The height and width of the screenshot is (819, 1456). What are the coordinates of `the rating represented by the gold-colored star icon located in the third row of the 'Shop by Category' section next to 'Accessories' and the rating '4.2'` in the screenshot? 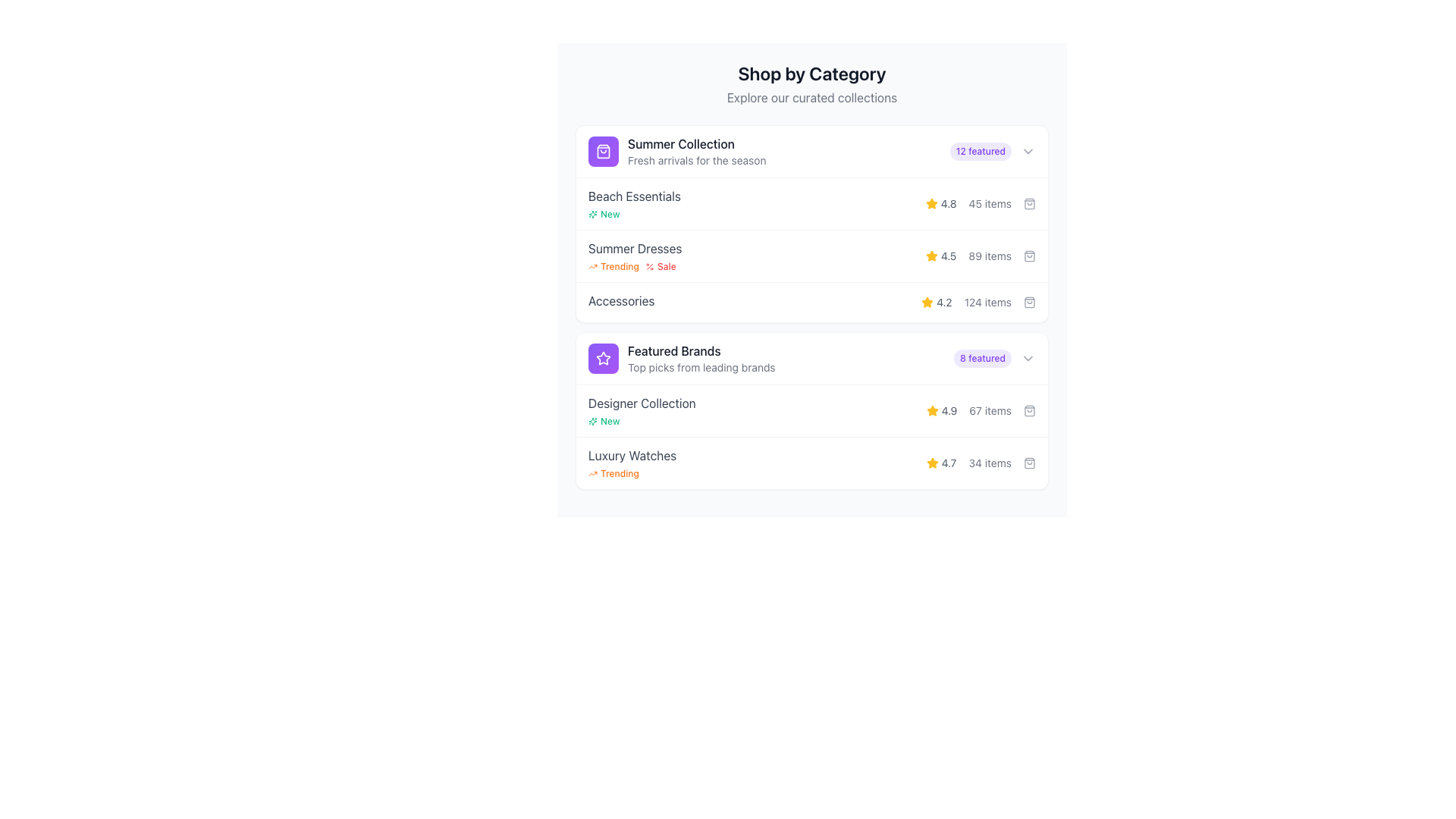 It's located at (927, 302).